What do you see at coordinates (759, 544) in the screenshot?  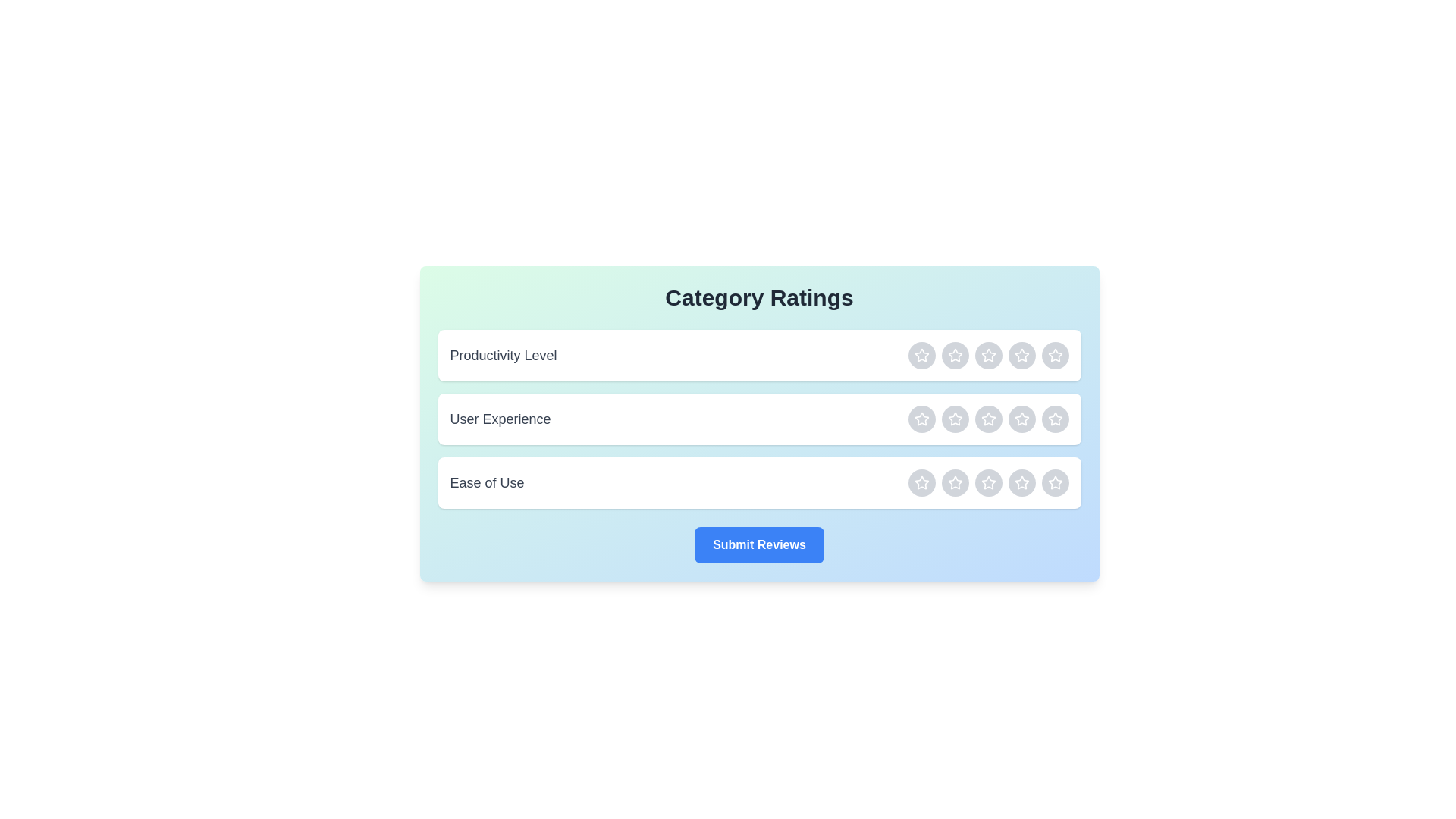 I see `'Submit Reviews' button to submit the ratings` at bounding box center [759, 544].